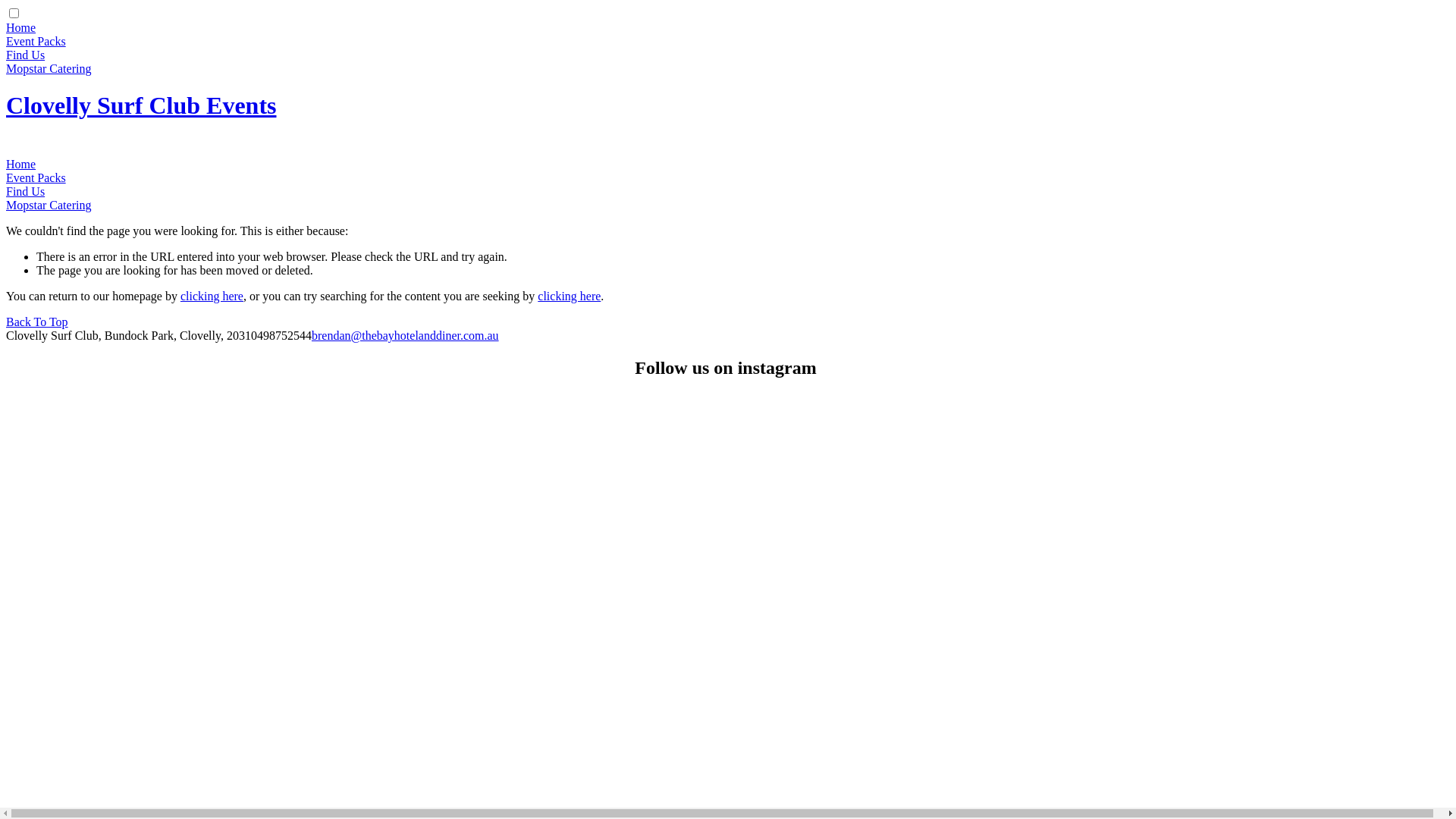  What do you see at coordinates (538, 296) in the screenshot?
I see `'clicking here'` at bounding box center [538, 296].